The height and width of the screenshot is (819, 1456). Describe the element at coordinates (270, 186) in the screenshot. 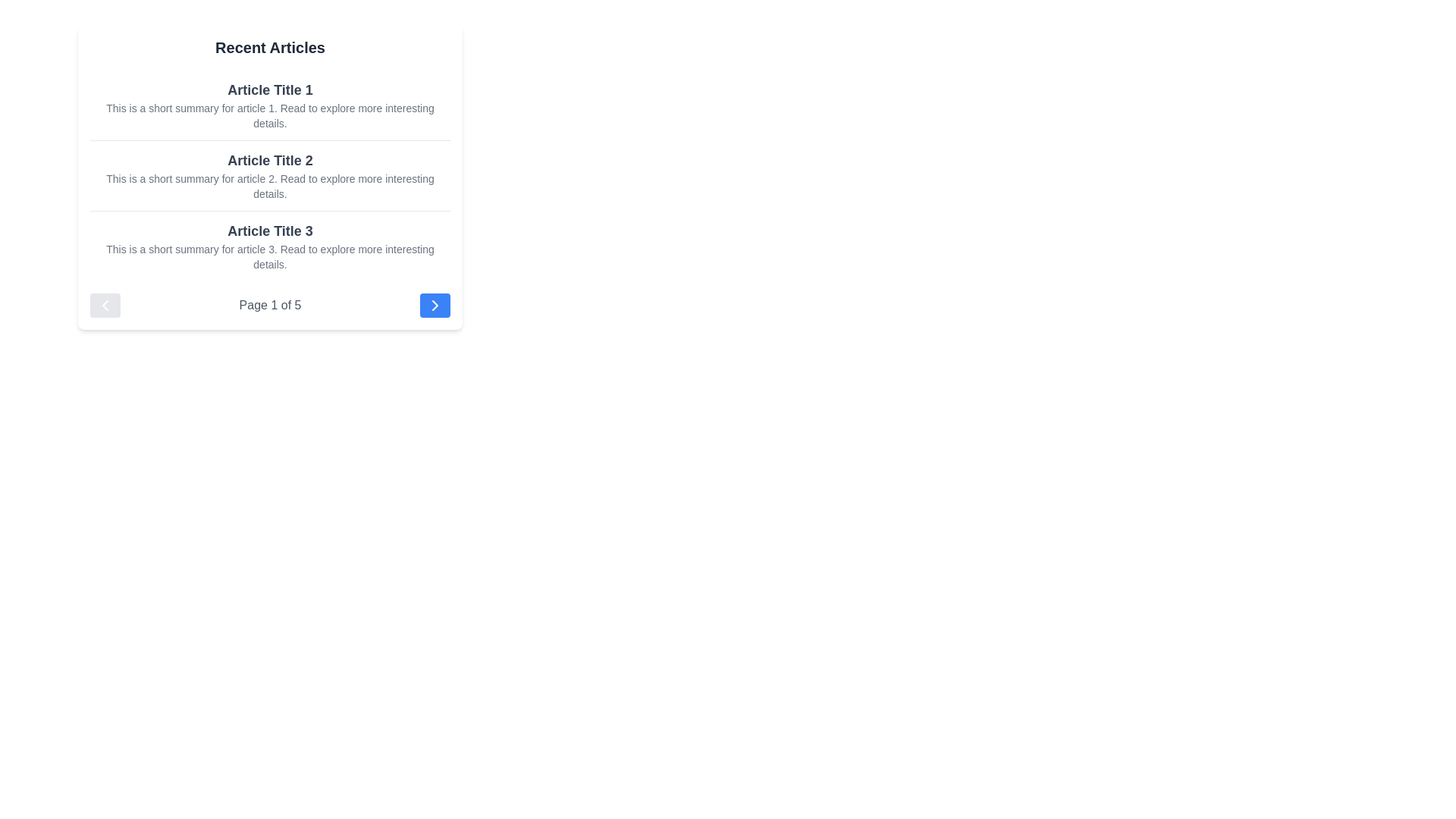

I see `the text content styled with a smaller font size and gray color that presents the summary: 'This is a short summary for article 2.' located below the title 'Article Title 2' in the 'Recent Articles' section` at that location.